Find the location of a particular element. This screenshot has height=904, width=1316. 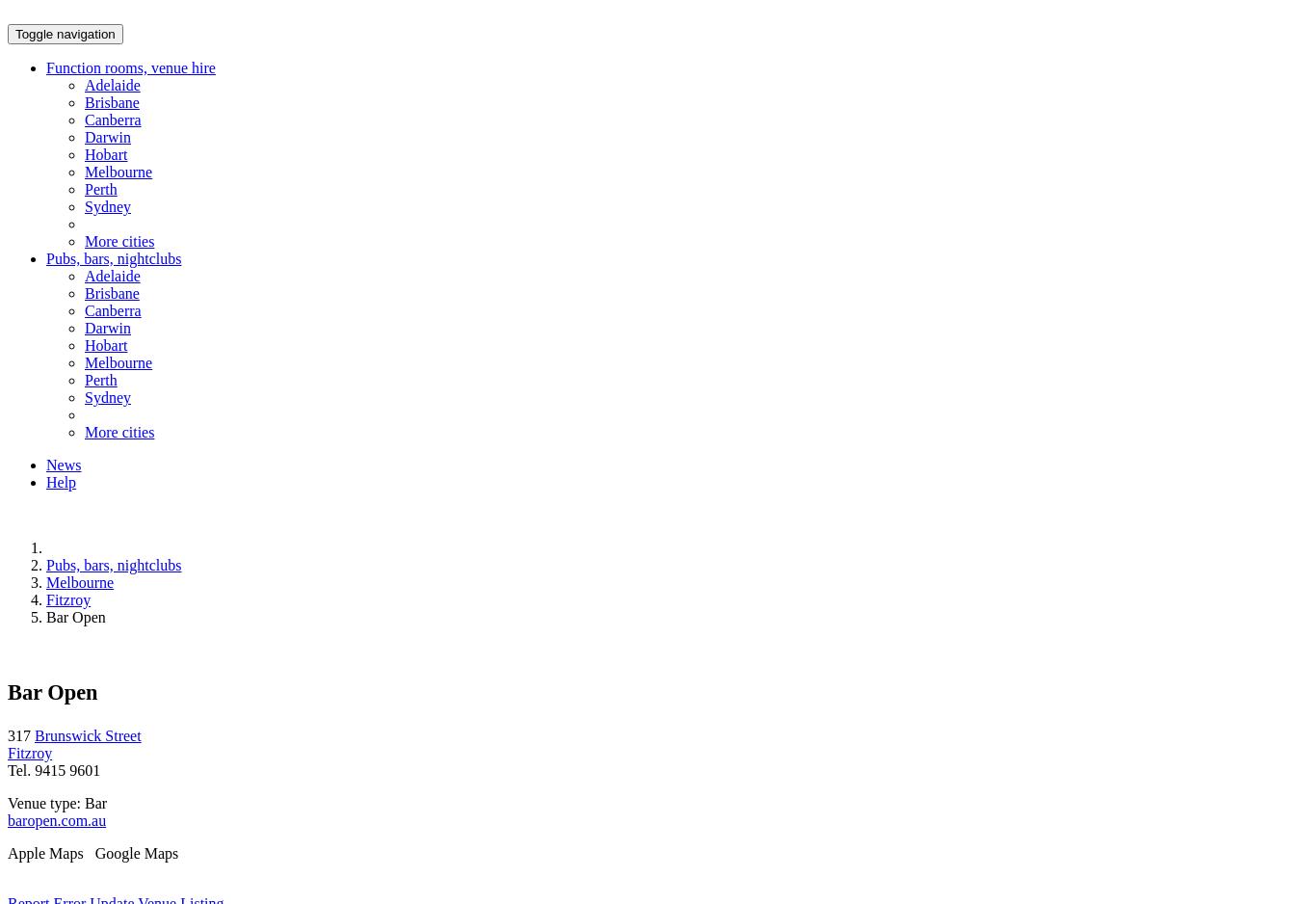

'Help' is located at coordinates (61, 482).